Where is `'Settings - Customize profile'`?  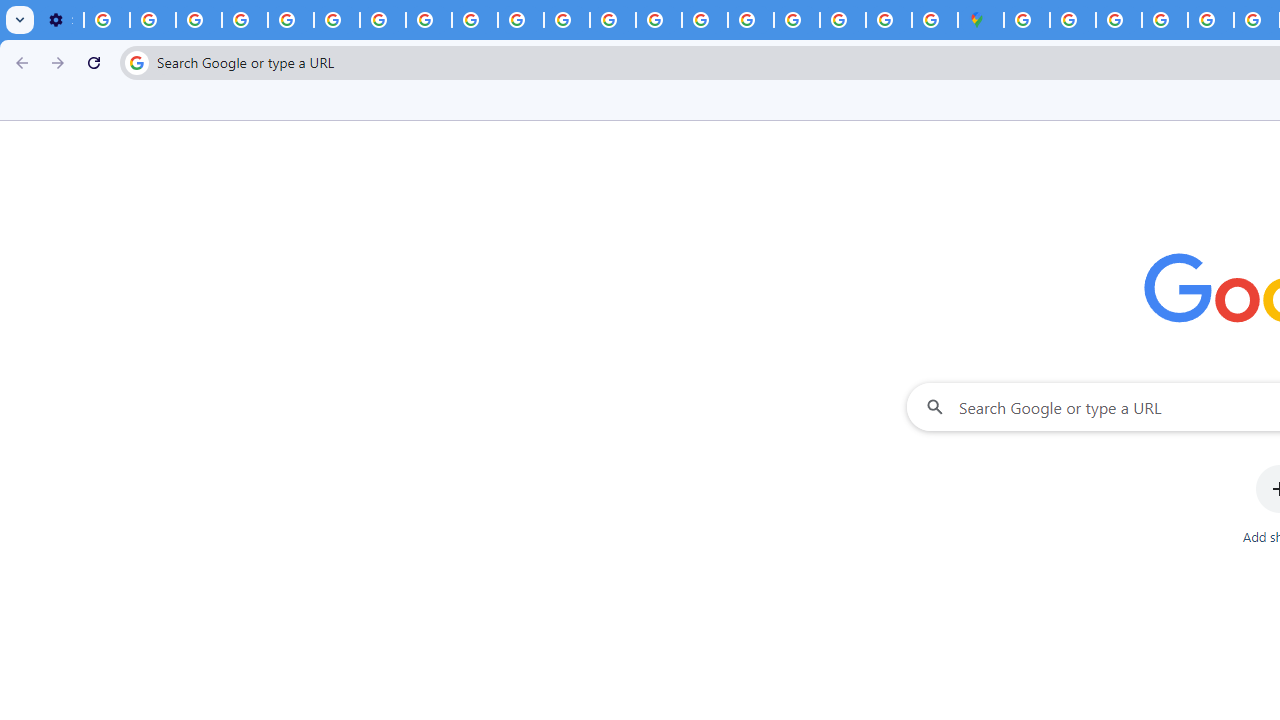
'Settings - Customize profile' is located at coordinates (60, 20).